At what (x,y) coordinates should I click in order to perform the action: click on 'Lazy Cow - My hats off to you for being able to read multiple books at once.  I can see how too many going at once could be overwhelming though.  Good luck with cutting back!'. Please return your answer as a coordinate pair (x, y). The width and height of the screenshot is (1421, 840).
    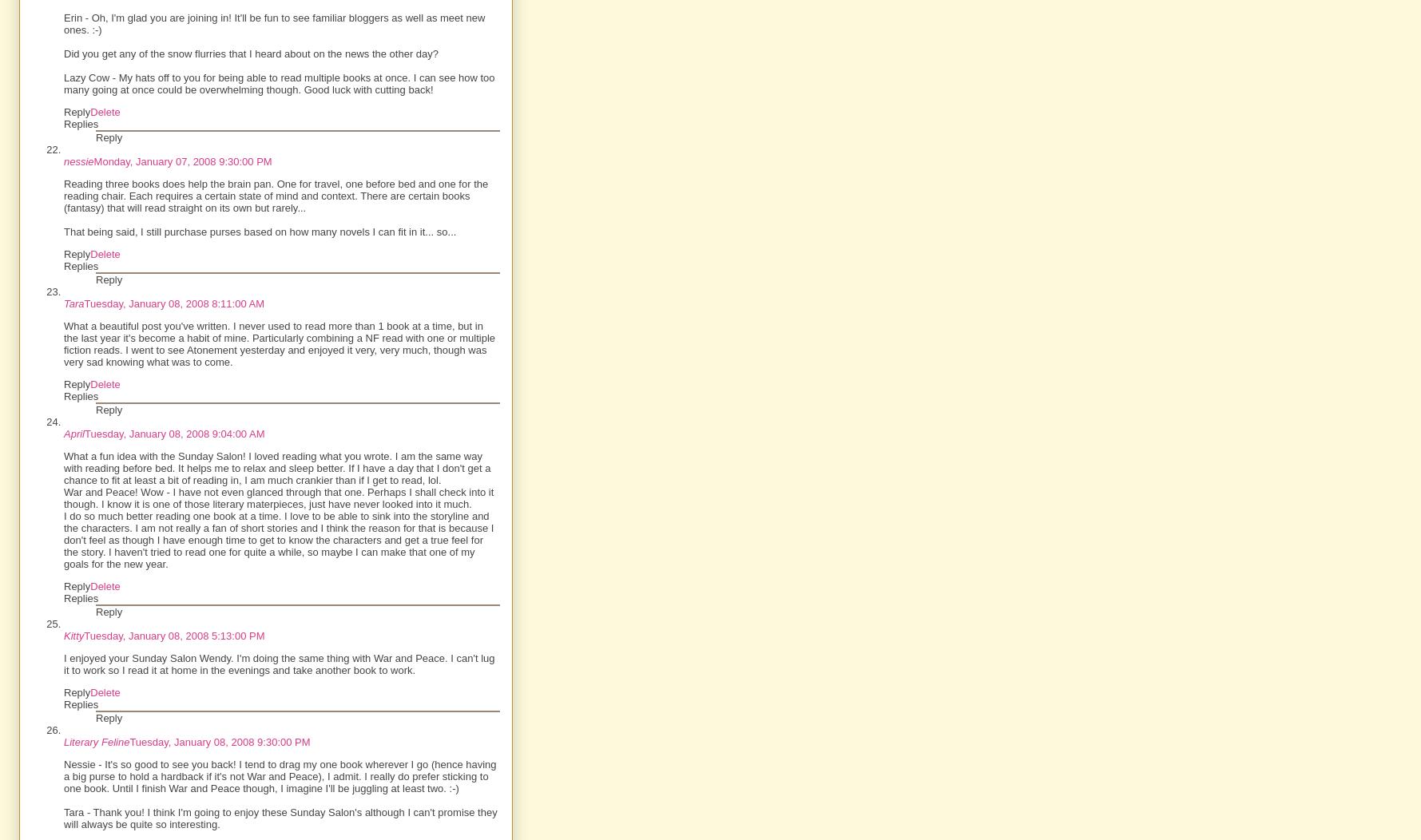
    Looking at the image, I should click on (278, 83).